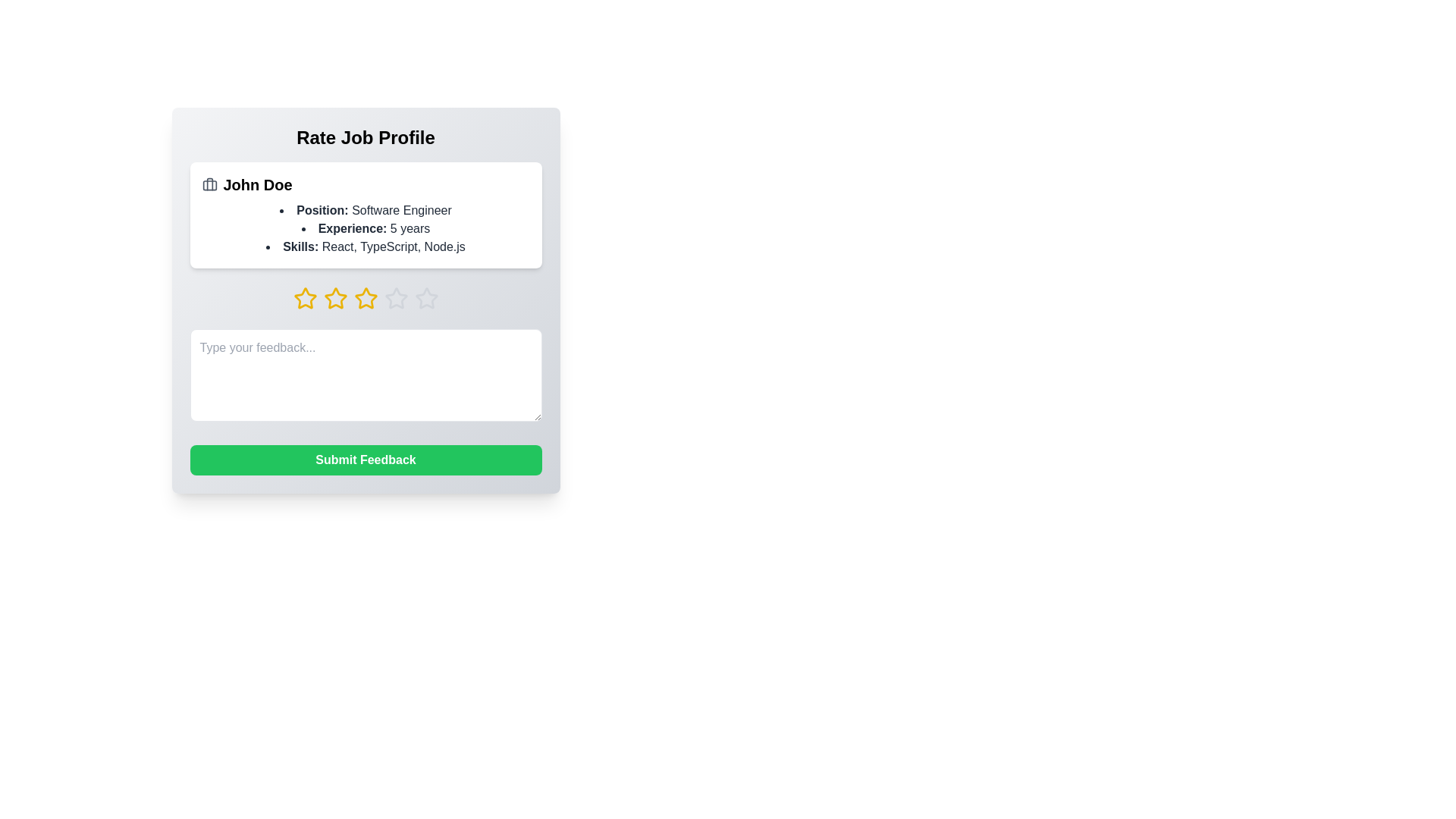 The image size is (1456, 819). What do you see at coordinates (366, 210) in the screenshot?
I see `descriptive text element that informs the user about the job title of the profile being reviewed, which is located above the experience and skills sections` at bounding box center [366, 210].